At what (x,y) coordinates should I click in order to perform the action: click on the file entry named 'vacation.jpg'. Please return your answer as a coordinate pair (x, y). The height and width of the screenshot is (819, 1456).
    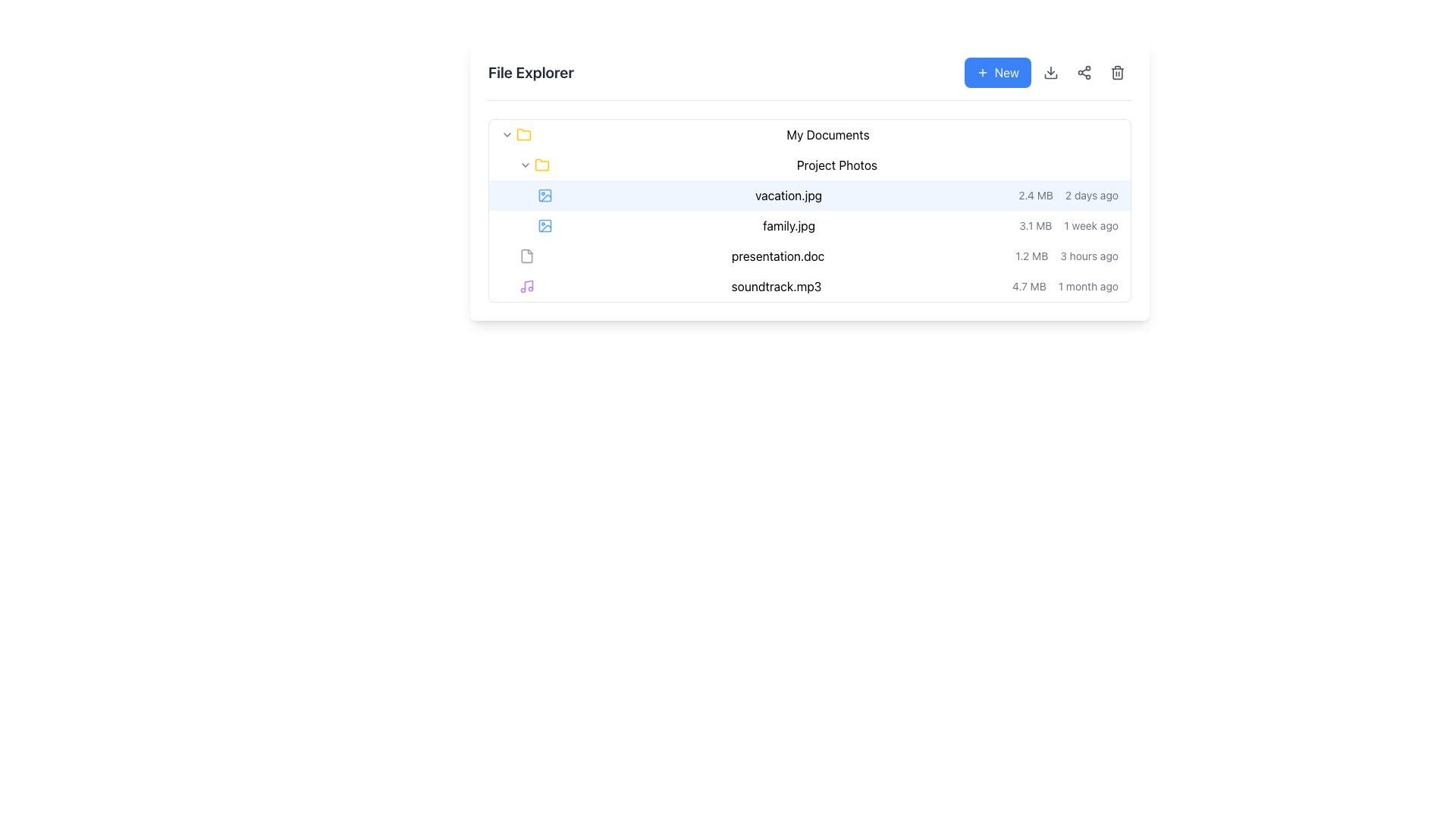
    Looking at the image, I should click on (809, 210).